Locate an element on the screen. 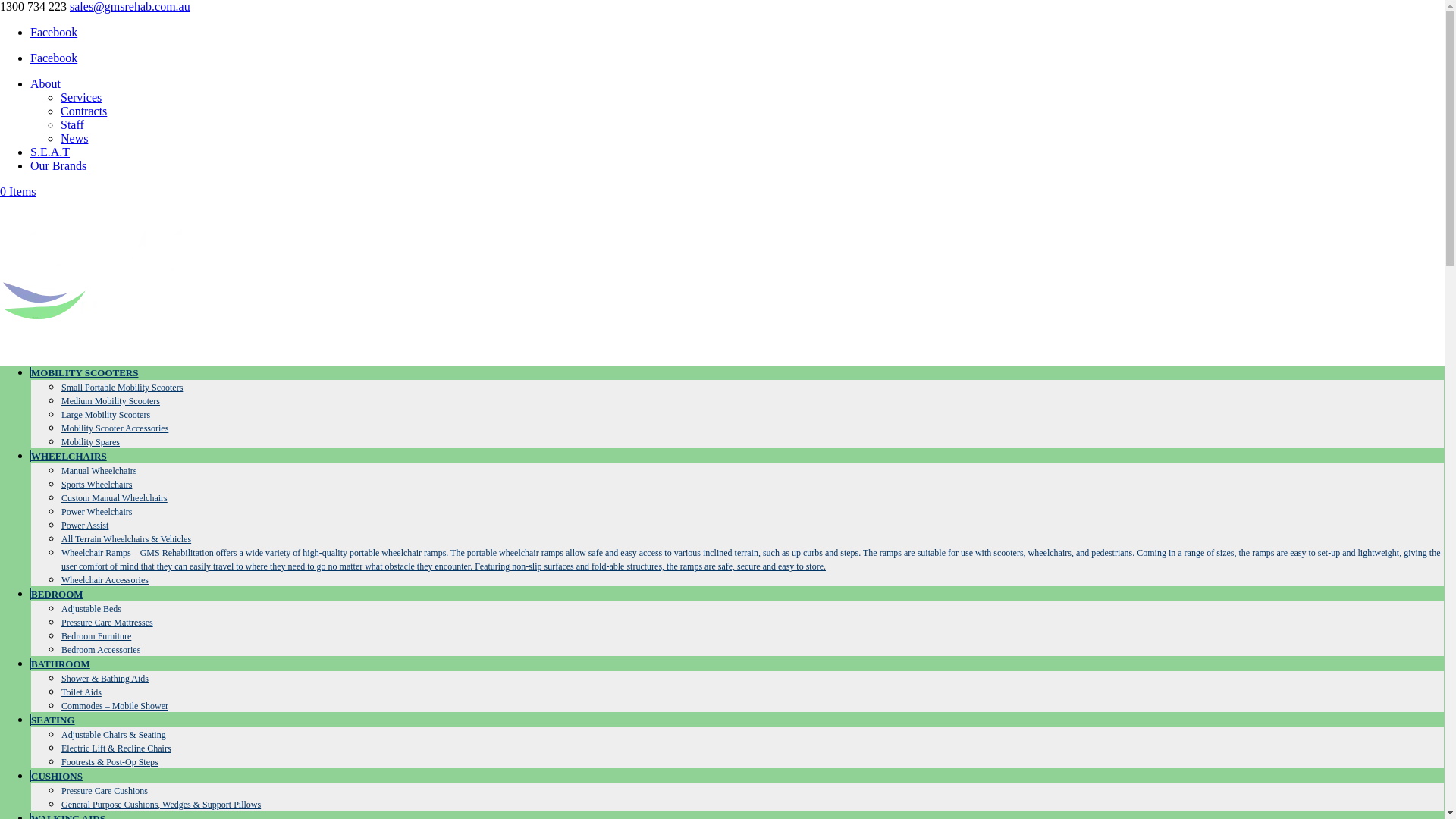 This screenshot has width=1456, height=819. 'Wheelchair Accessories' is located at coordinates (61, 579).